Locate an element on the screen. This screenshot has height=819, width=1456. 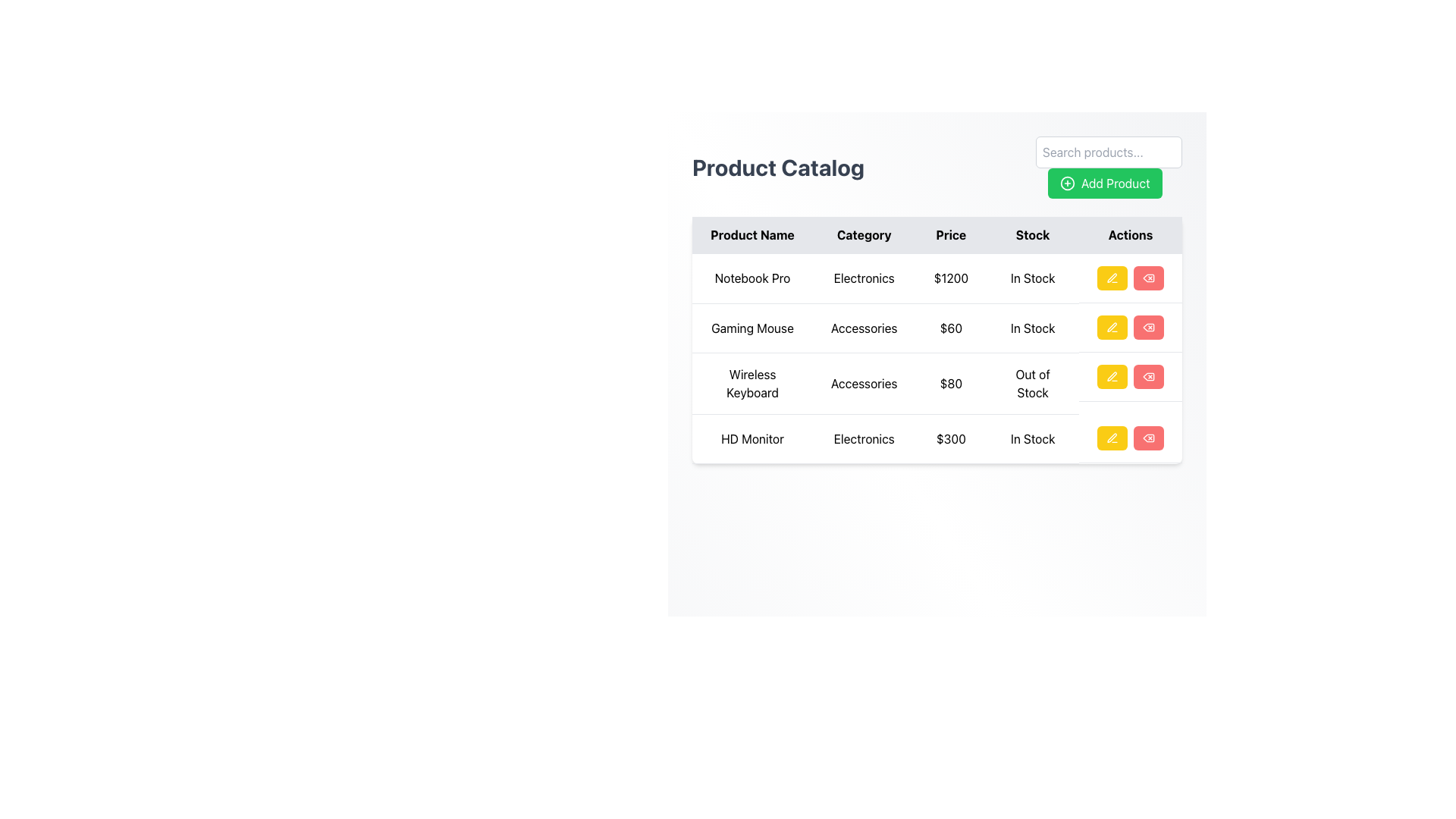
the delete button associated with the 'Wireless Keyboard' entry in the data table is located at coordinates (1149, 376).